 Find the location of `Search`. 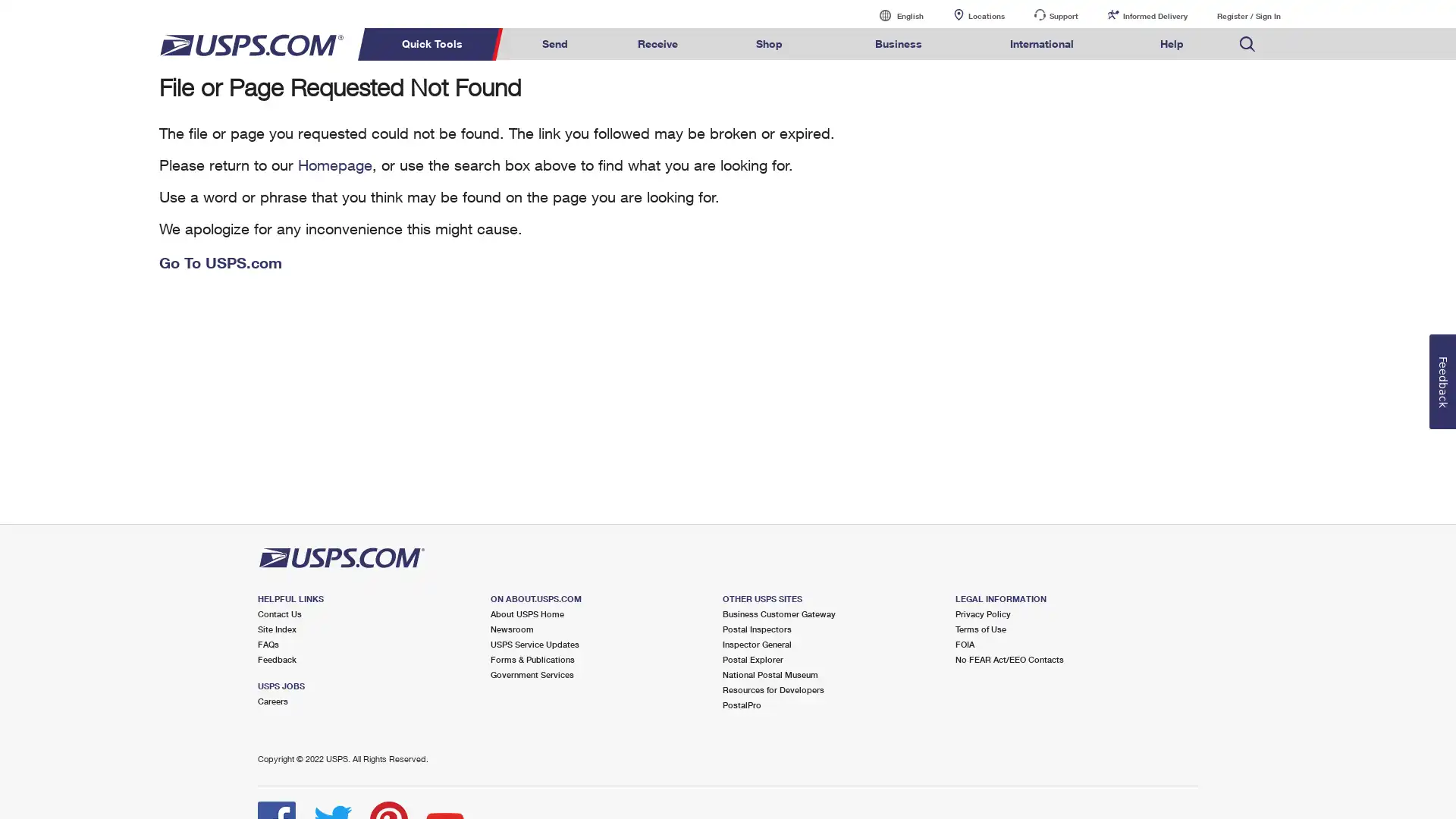

Search is located at coordinates (955, 409).